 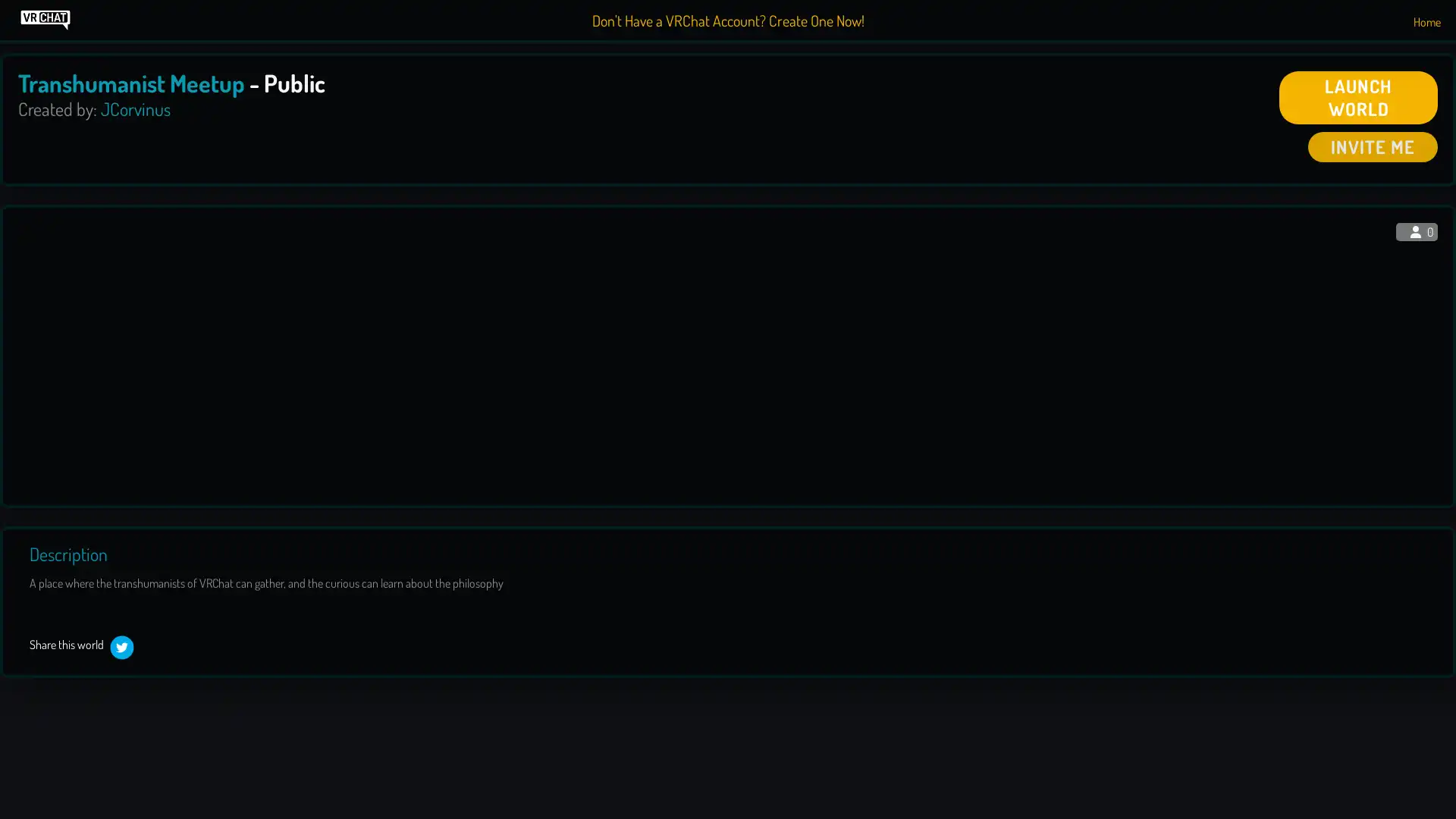 What do you see at coordinates (1373, 146) in the screenshot?
I see `INVITE ME` at bounding box center [1373, 146].